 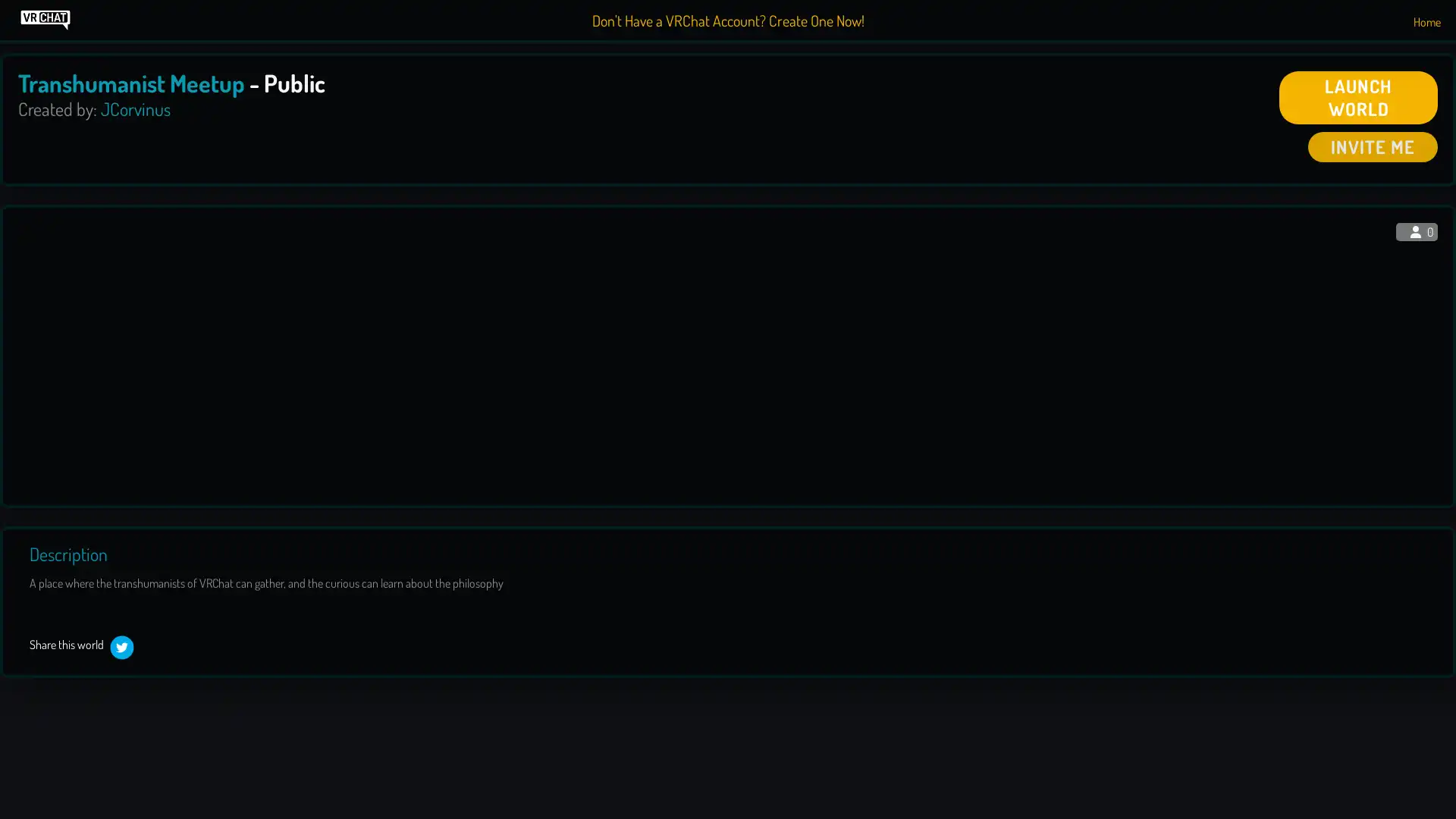 What do you see at coordinates (1373, 146) in the screenshot?
I see `INVITE ME` at bounding box center [1373, 146].